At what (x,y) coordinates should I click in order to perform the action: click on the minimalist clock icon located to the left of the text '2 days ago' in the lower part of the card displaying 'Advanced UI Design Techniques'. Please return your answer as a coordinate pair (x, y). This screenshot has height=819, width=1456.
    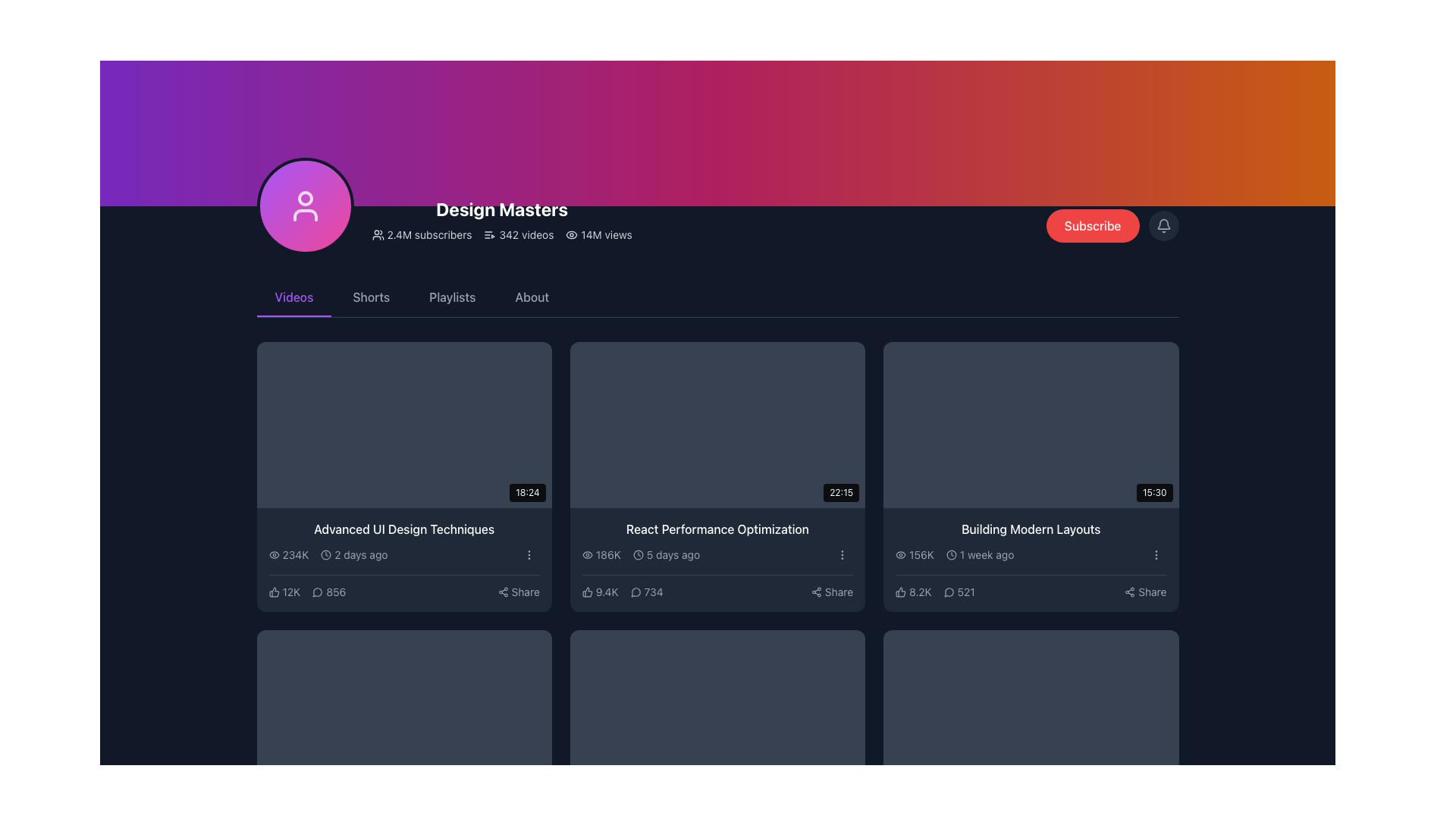
    Looking at the image, I should click on (325, 555).